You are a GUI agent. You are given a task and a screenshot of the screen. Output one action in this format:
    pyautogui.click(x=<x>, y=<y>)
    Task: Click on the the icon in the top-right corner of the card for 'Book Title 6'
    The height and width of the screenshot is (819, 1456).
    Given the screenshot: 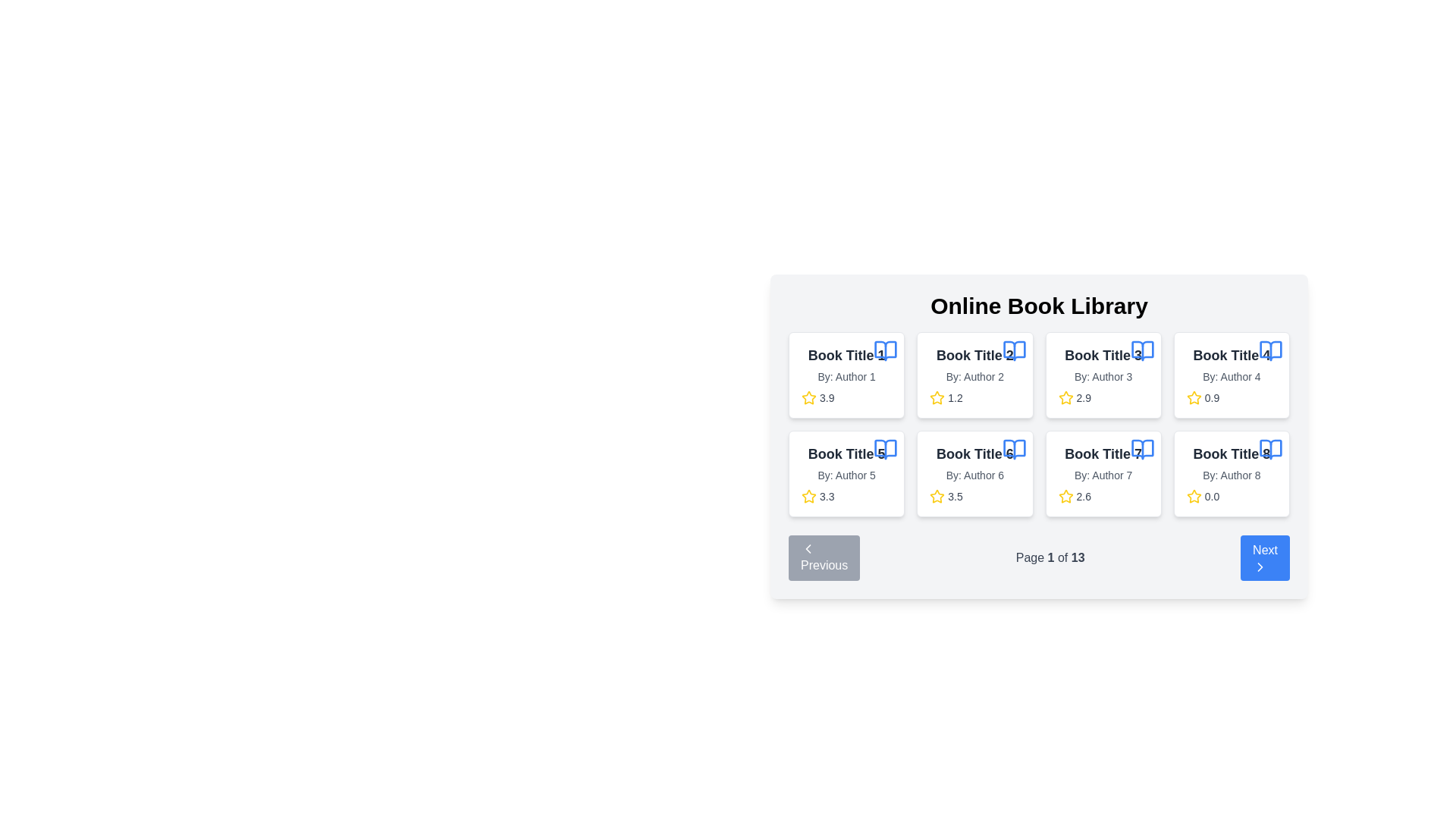 What is the action you would take?
    pyautogui.click(x=1014, y=449)
    